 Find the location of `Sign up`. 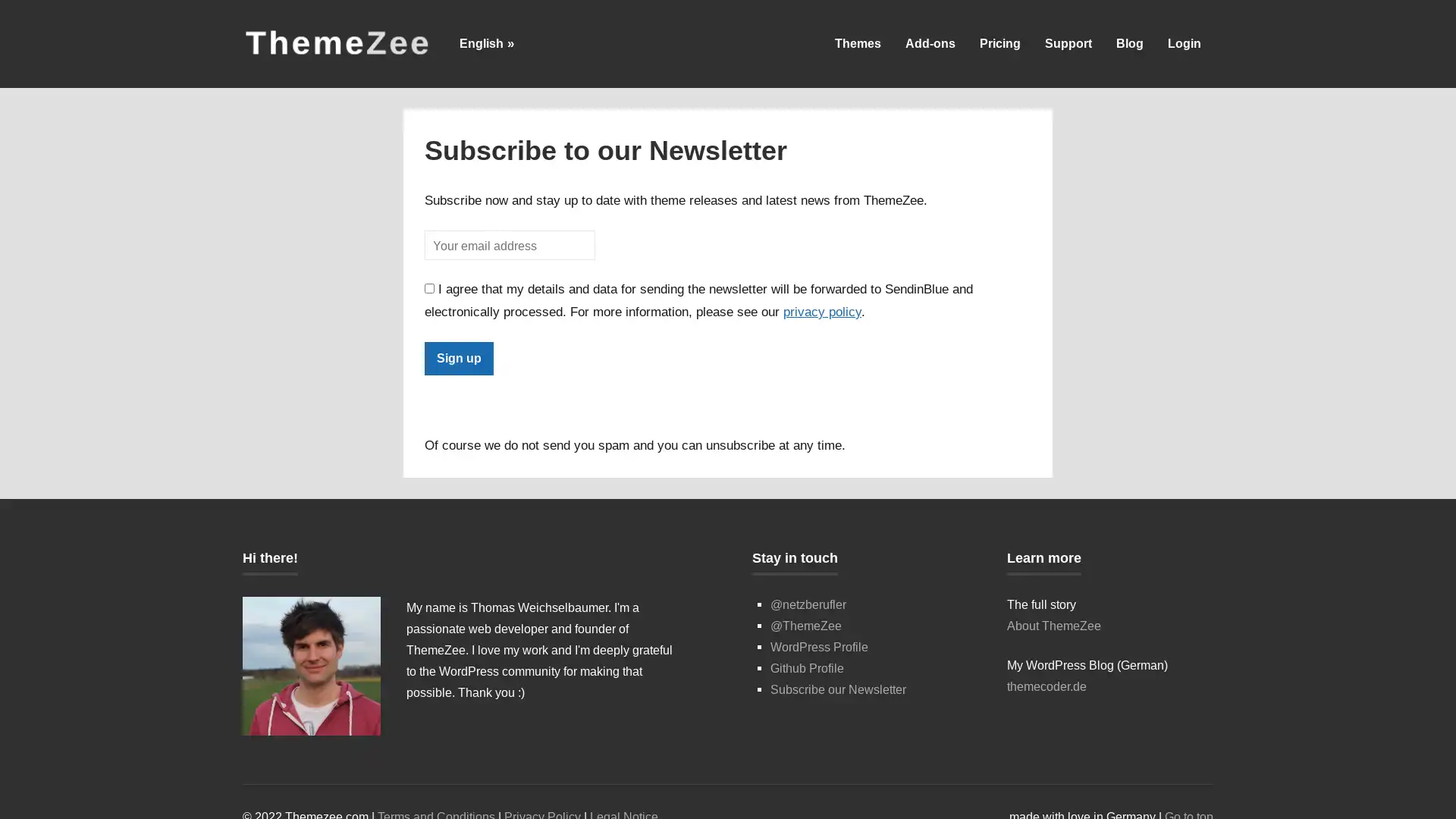

Sign up is located at coordinates (458, 357).